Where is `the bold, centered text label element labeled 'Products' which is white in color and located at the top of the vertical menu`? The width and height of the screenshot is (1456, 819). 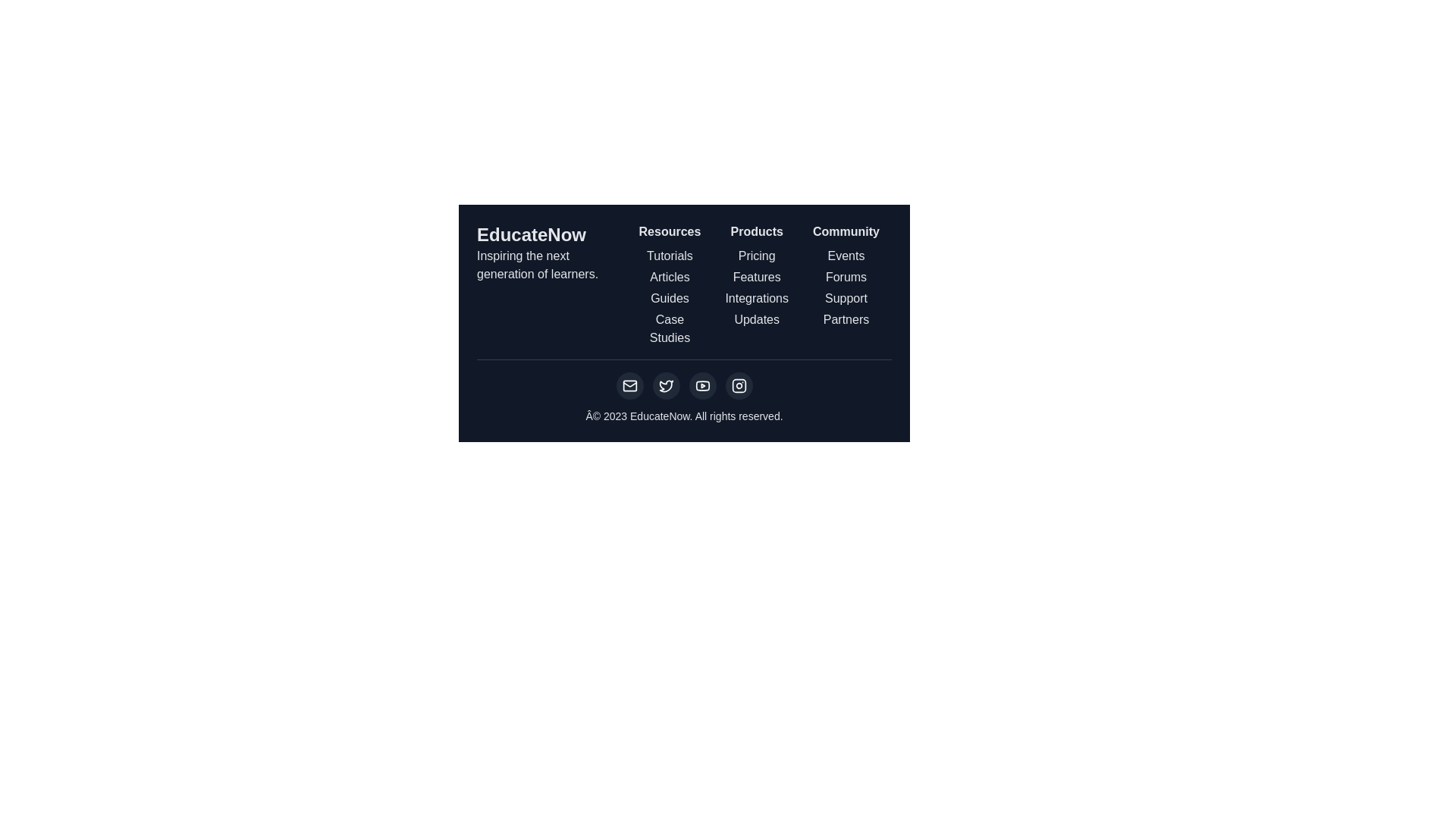
the bold, centered text label element labeled 'Products' which is white in color and located at the top of the vertical menu is located at coordinates (757, 231).